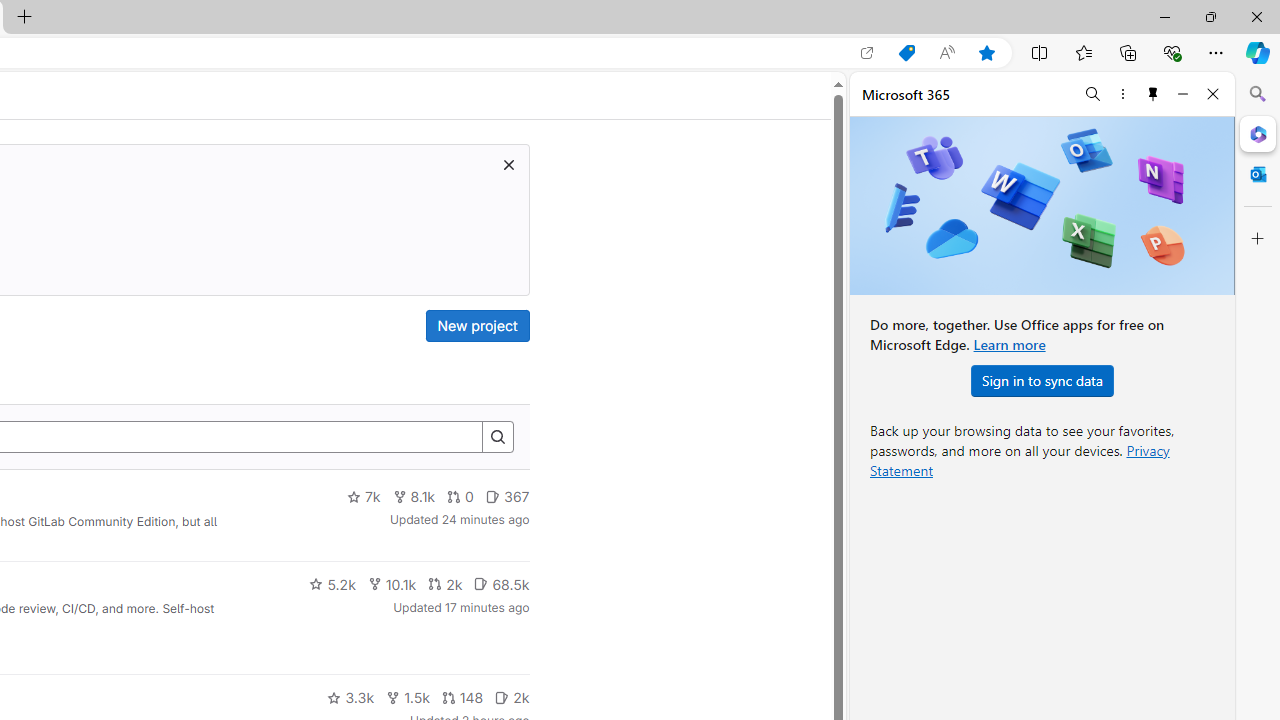 The height and width of the screenshot is (720, 1280). I want to click on '68.5k', so click(501, 583).